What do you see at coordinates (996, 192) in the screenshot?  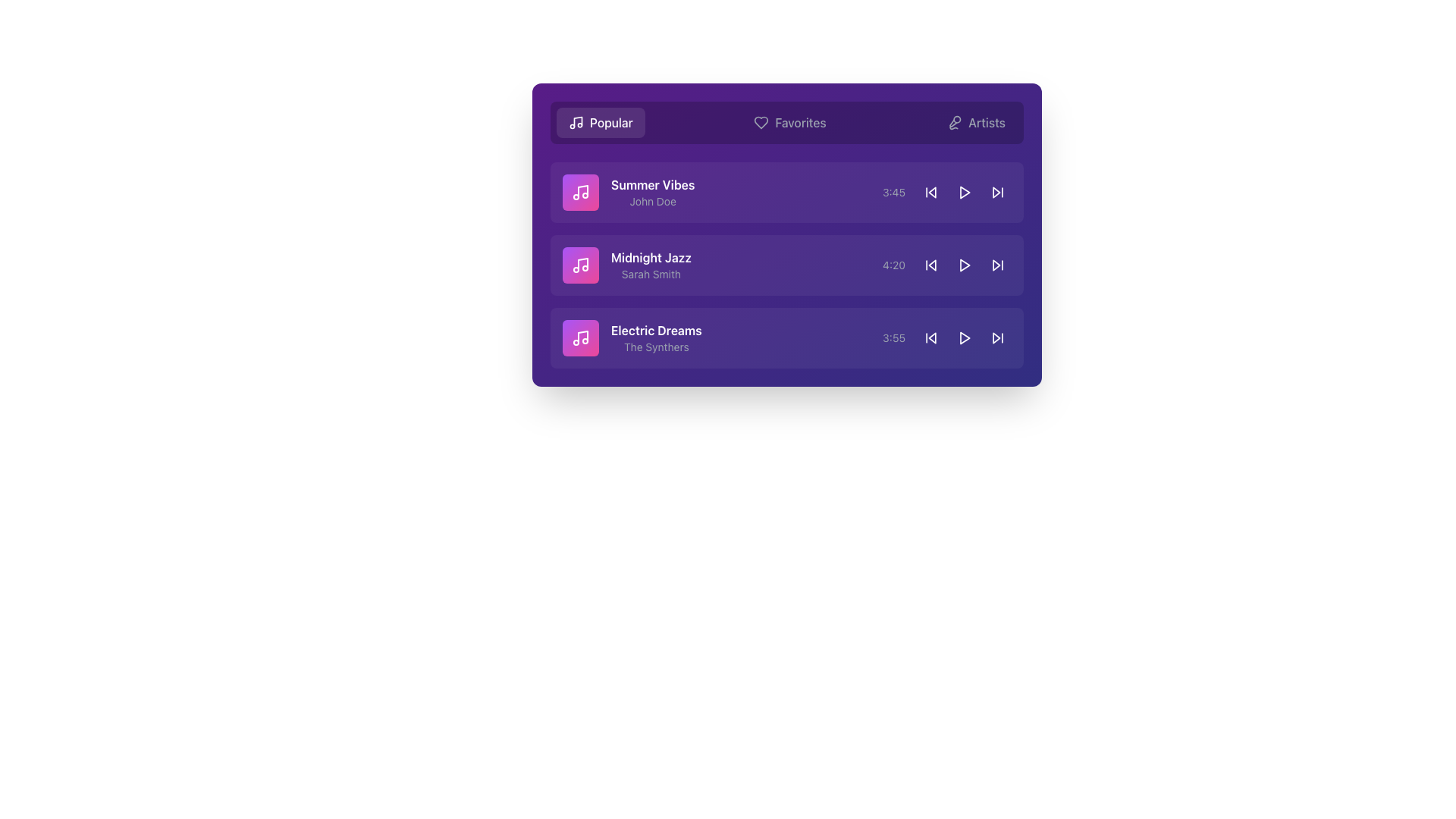 I see `the skip-forward or play-next button located in the rightmost section of the playback controls of the third list item in the music player interface` at bounding box center [996, 192].